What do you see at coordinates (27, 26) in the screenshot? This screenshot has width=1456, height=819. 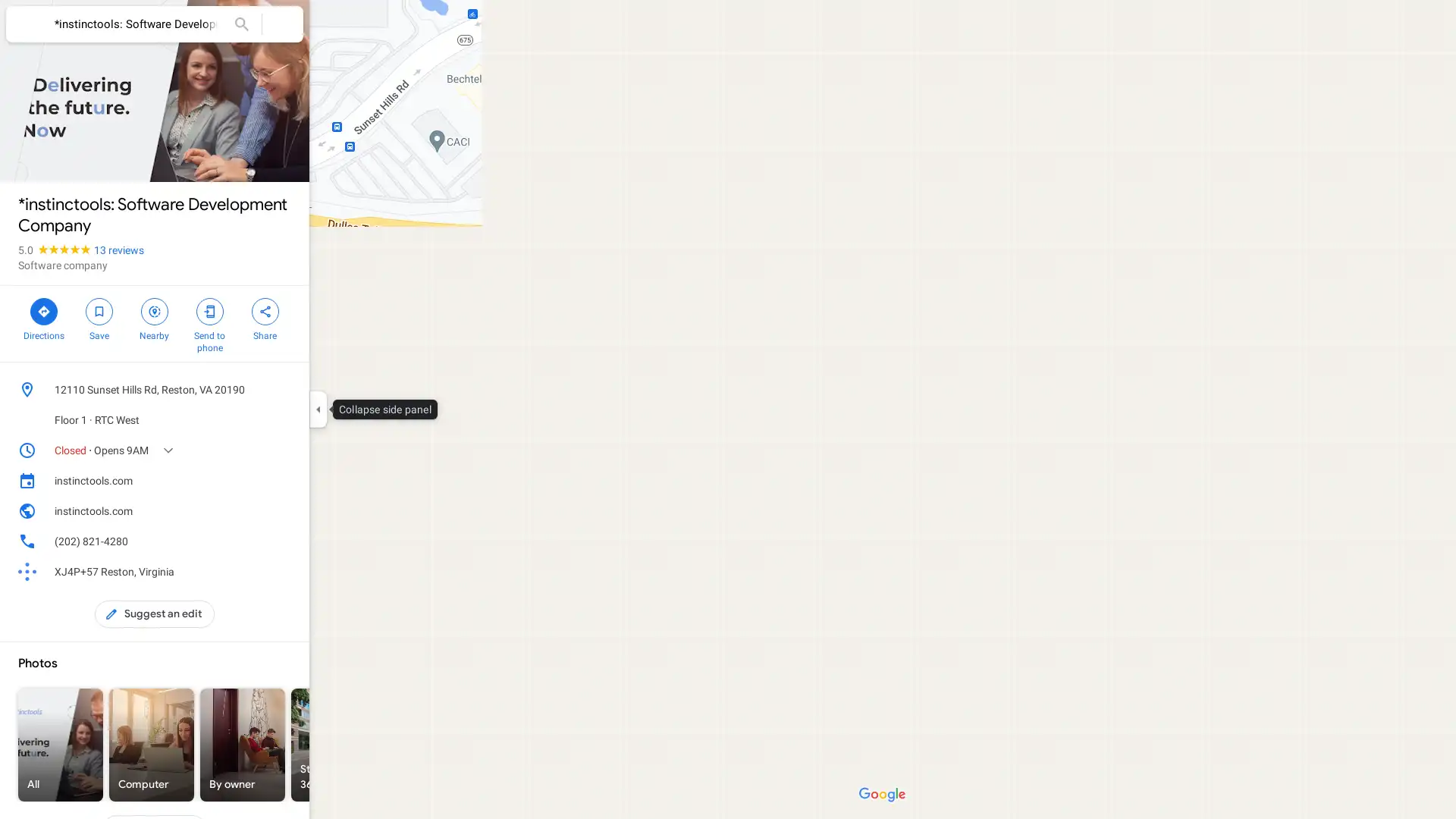 I see `Menu` at bounding box center [27, 26].